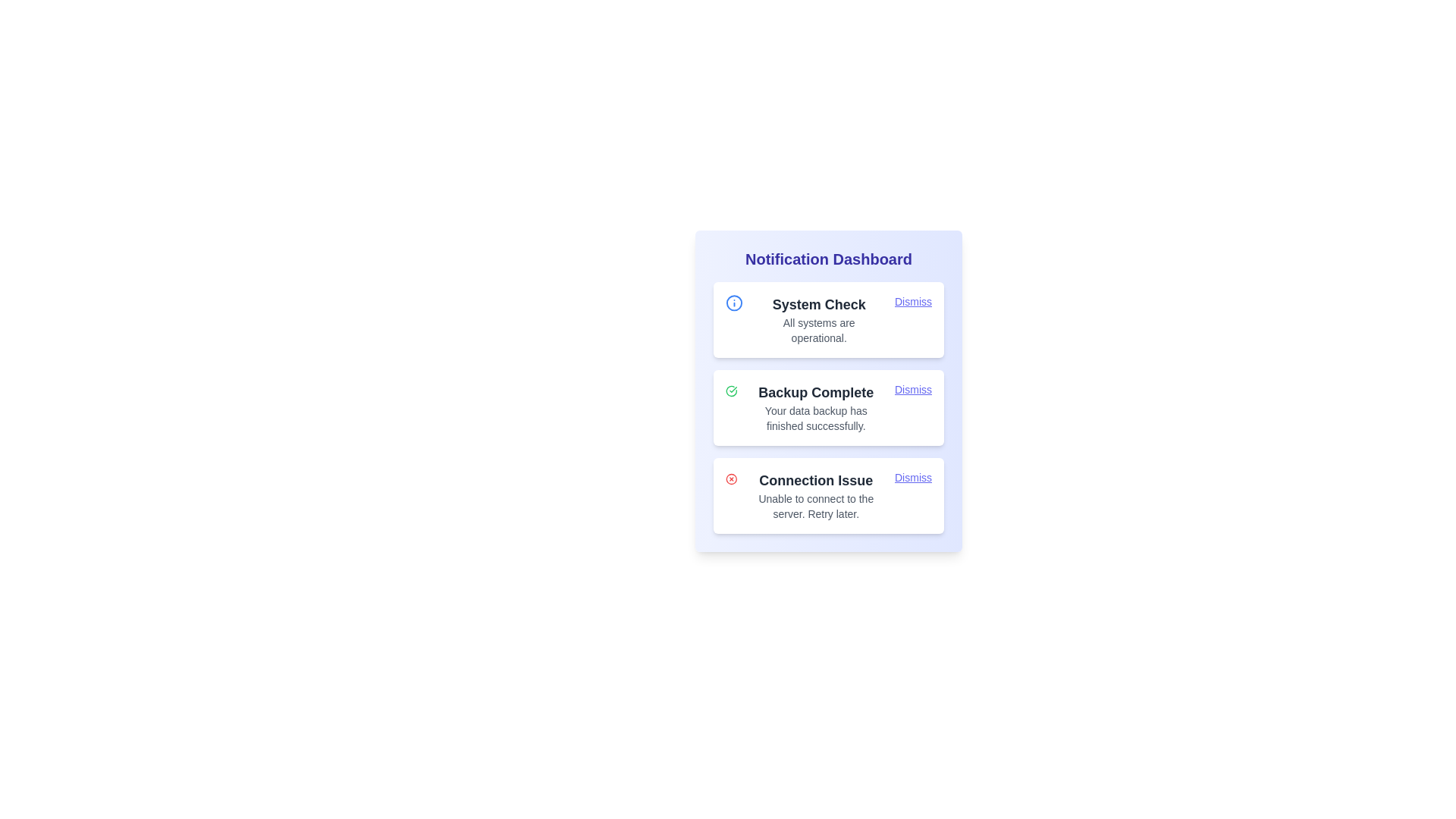 The width and height of the screenshot is (1456, 819). What do you see at coordinates (815, 391) in the screenshot?
I see `the text label displaying 'Backup Complete' in bold, large-sized font, located in the middle notification of the 'Notification Dashboard'` at bounding box center [815, 391].